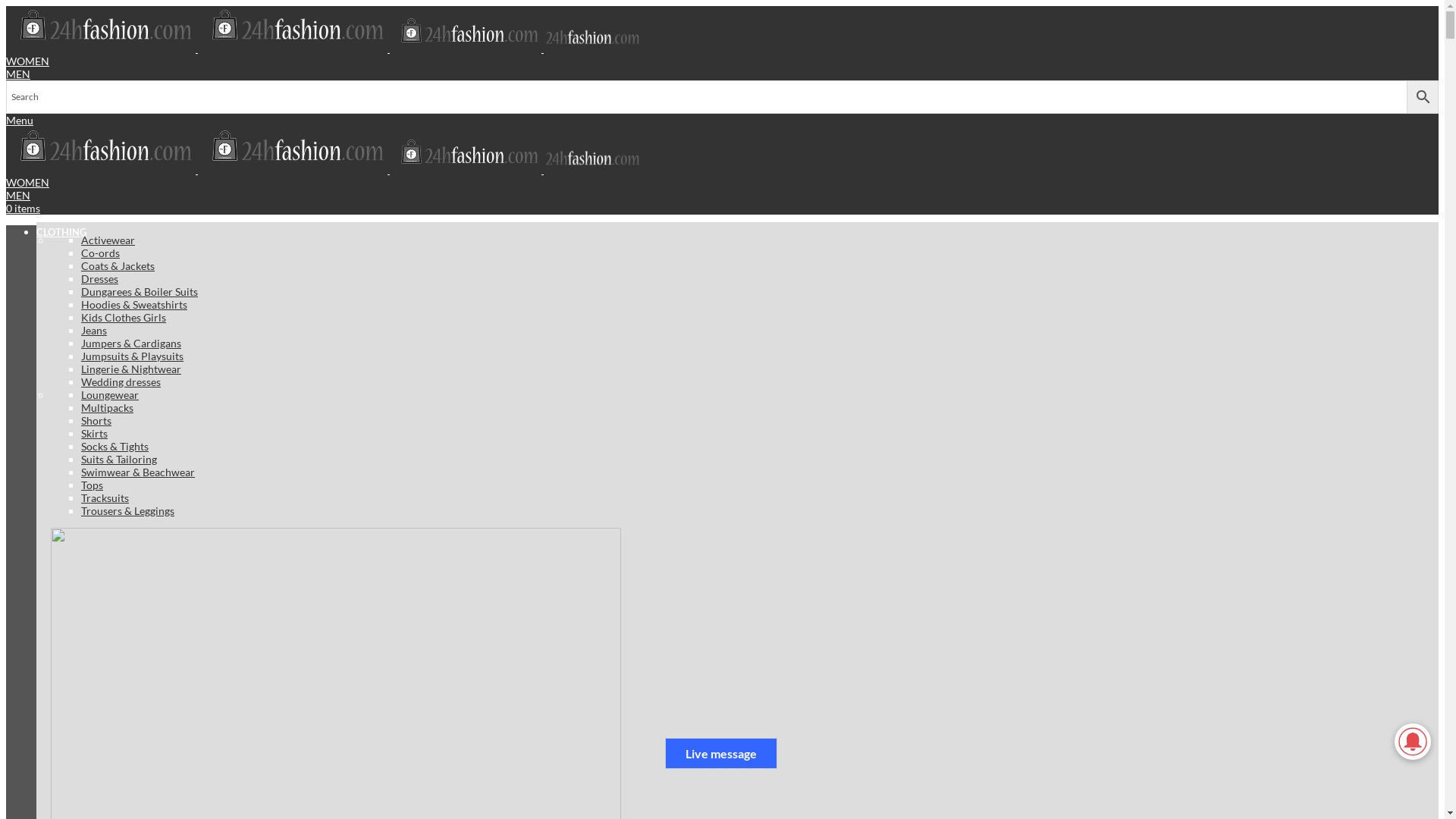  Describe the element at coordinates (117, 265) in the screenshot. I see `'Coats & Jackets'` at that location.